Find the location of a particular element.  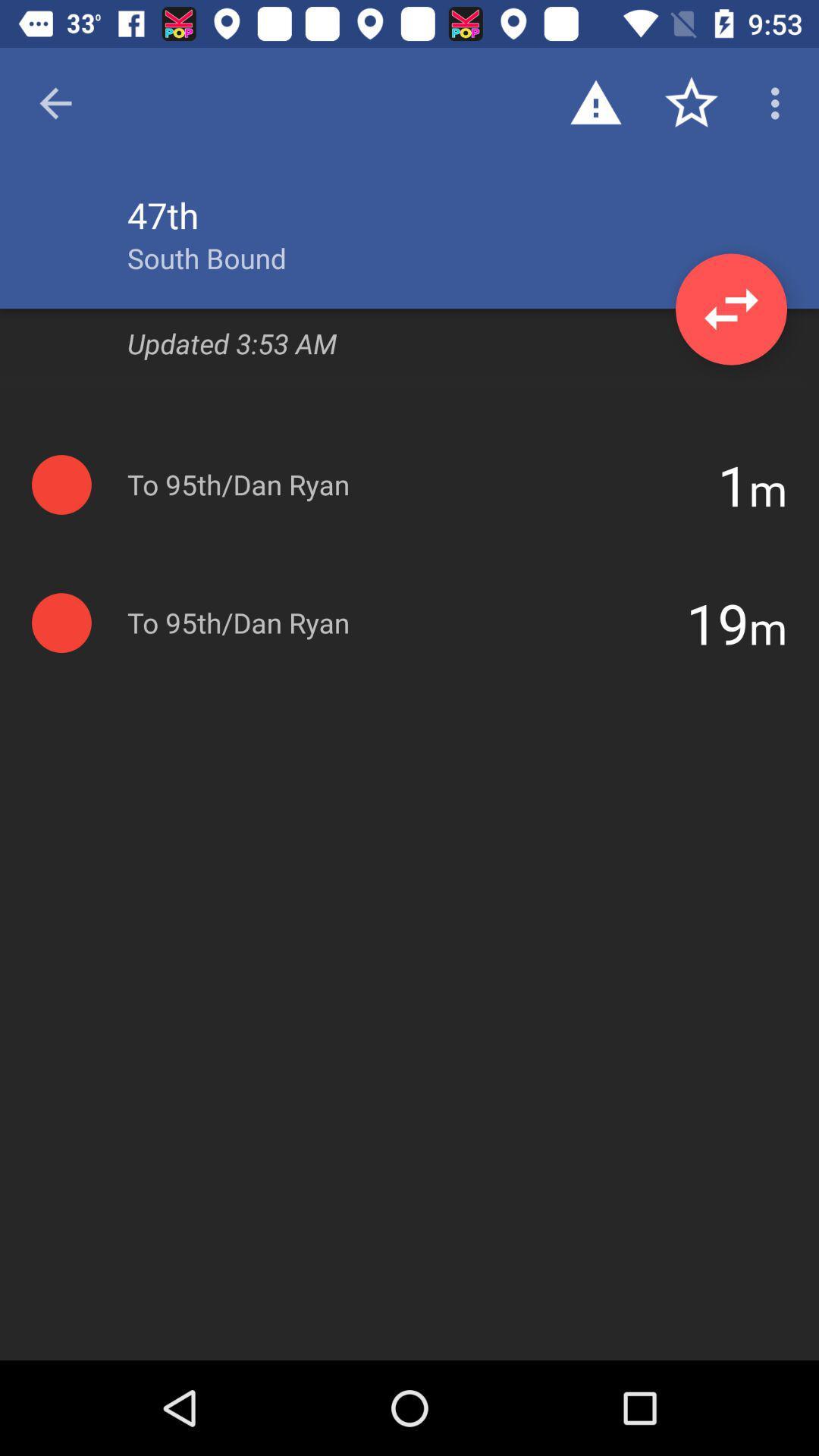

item next to m icon is located at coordinates (717, 623).